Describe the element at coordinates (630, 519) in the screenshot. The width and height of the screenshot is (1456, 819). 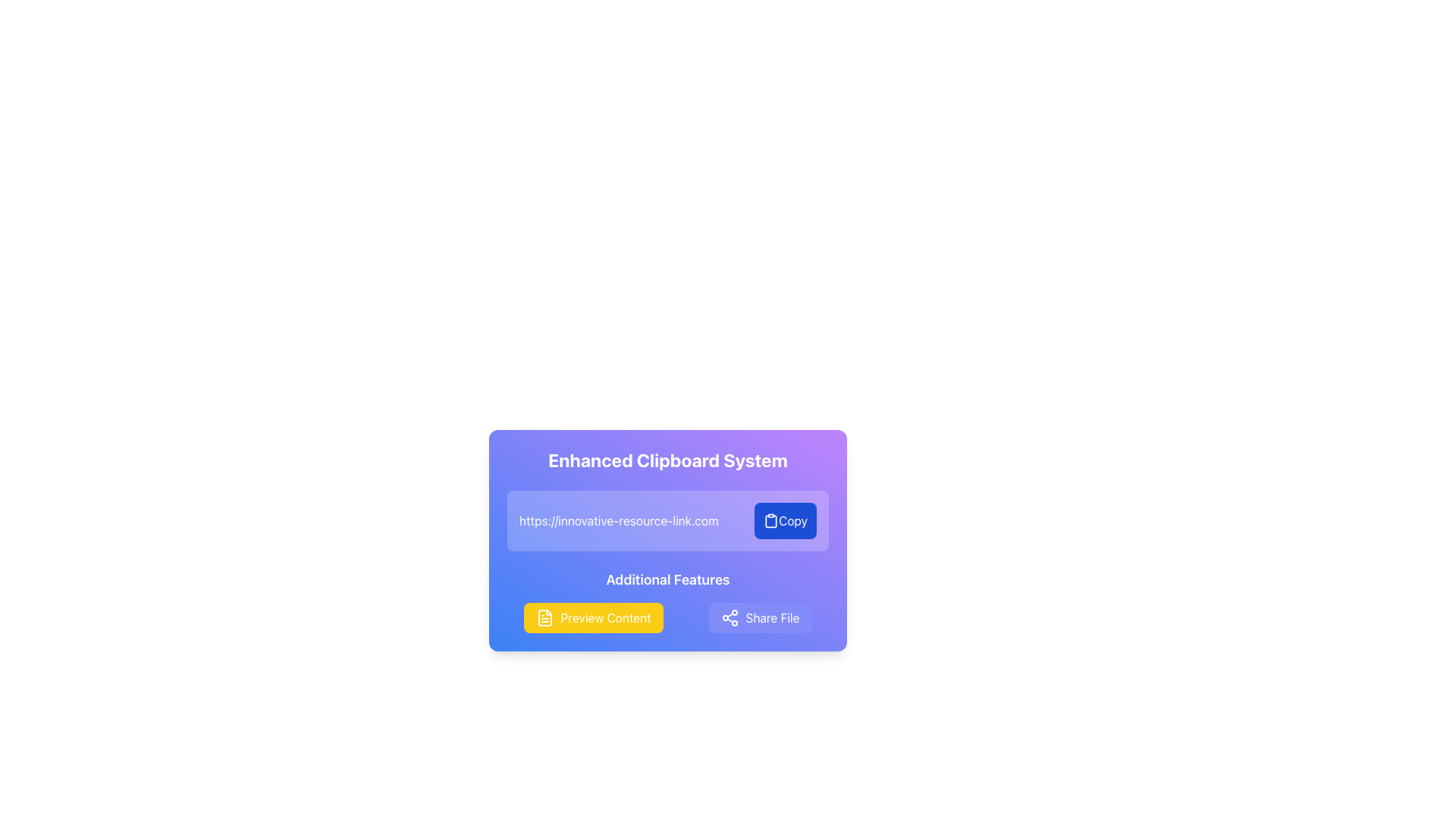
I see `the read-only text input field displaying the URL 'https://innovative-resource-link.com'` at that location.